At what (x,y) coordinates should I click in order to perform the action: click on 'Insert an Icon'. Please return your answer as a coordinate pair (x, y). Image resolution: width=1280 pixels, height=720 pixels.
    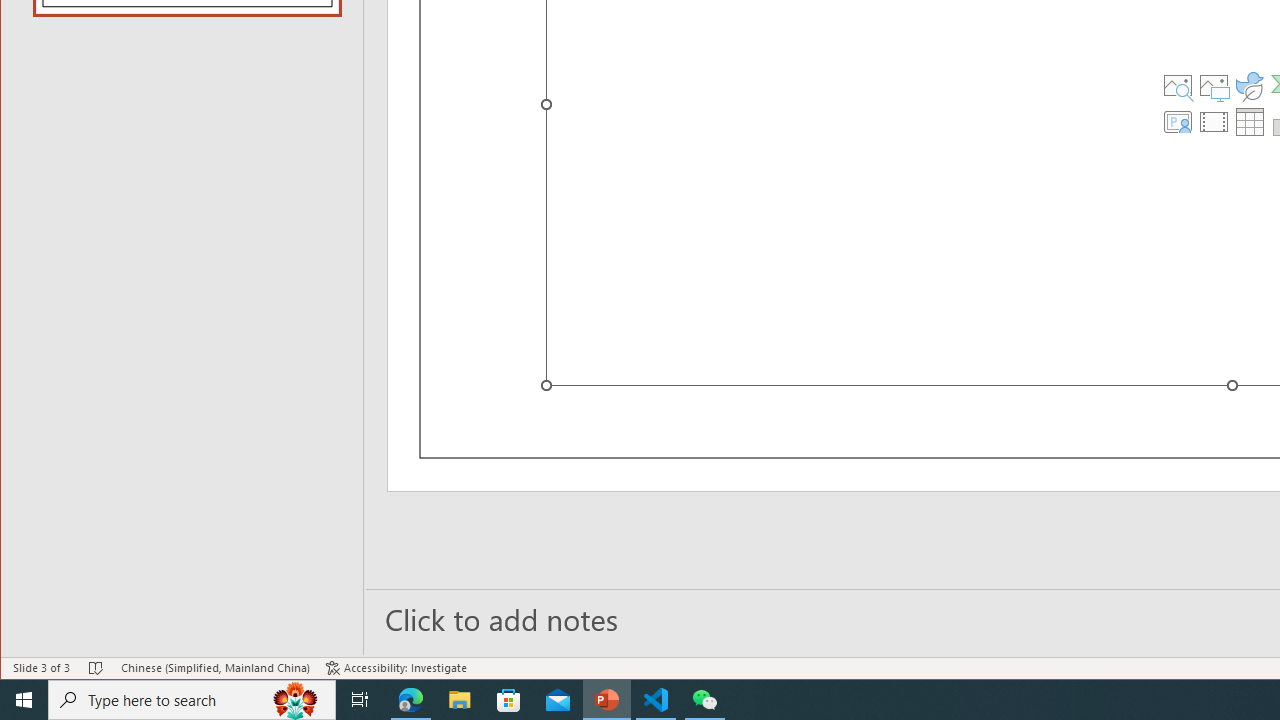
    Looking at the image, I should click on (1248, 85).